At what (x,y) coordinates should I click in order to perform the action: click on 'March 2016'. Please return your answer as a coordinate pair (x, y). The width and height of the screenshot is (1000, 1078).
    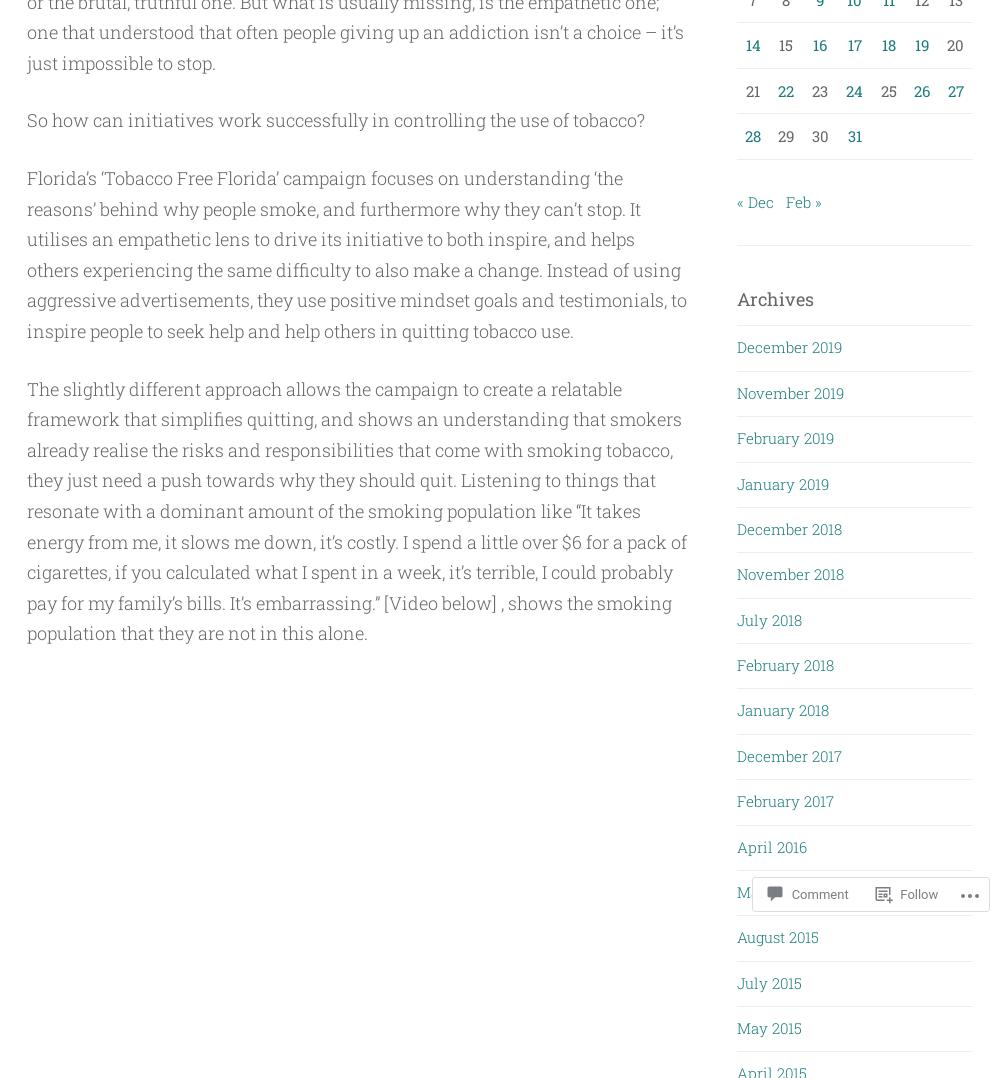
    Looking at the image, I should click on (775, 890).